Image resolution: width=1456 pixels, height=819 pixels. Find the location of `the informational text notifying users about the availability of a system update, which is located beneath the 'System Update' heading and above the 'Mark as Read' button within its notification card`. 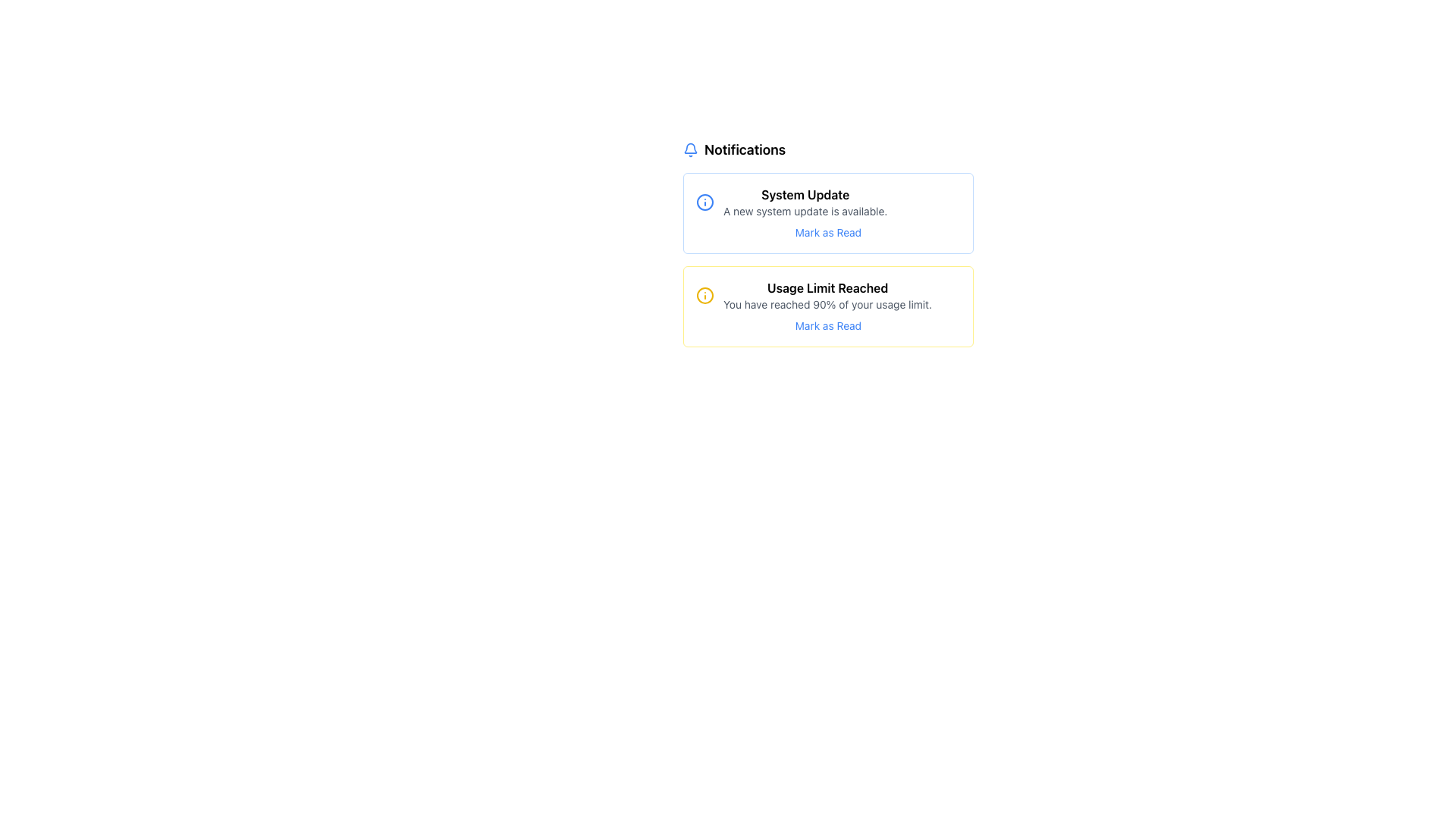

the informational text notifying users about the availability of a system update, which is located beneath the 'System Update' heading and above the 'Mark as Read' button within its notification card is located at coordinates (805, 211).